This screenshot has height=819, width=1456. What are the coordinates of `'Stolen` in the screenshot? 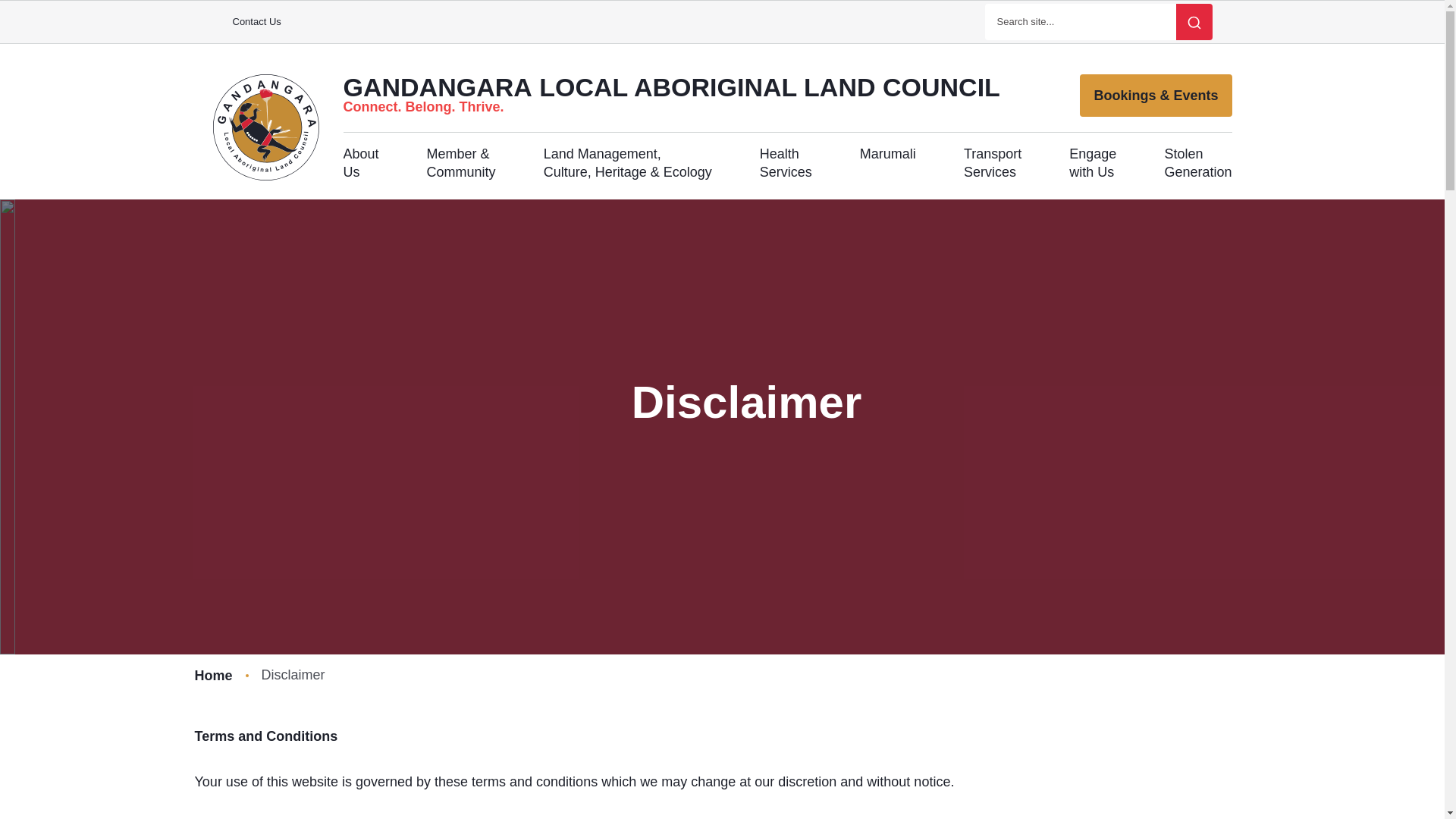 It's located at (1197, 163).